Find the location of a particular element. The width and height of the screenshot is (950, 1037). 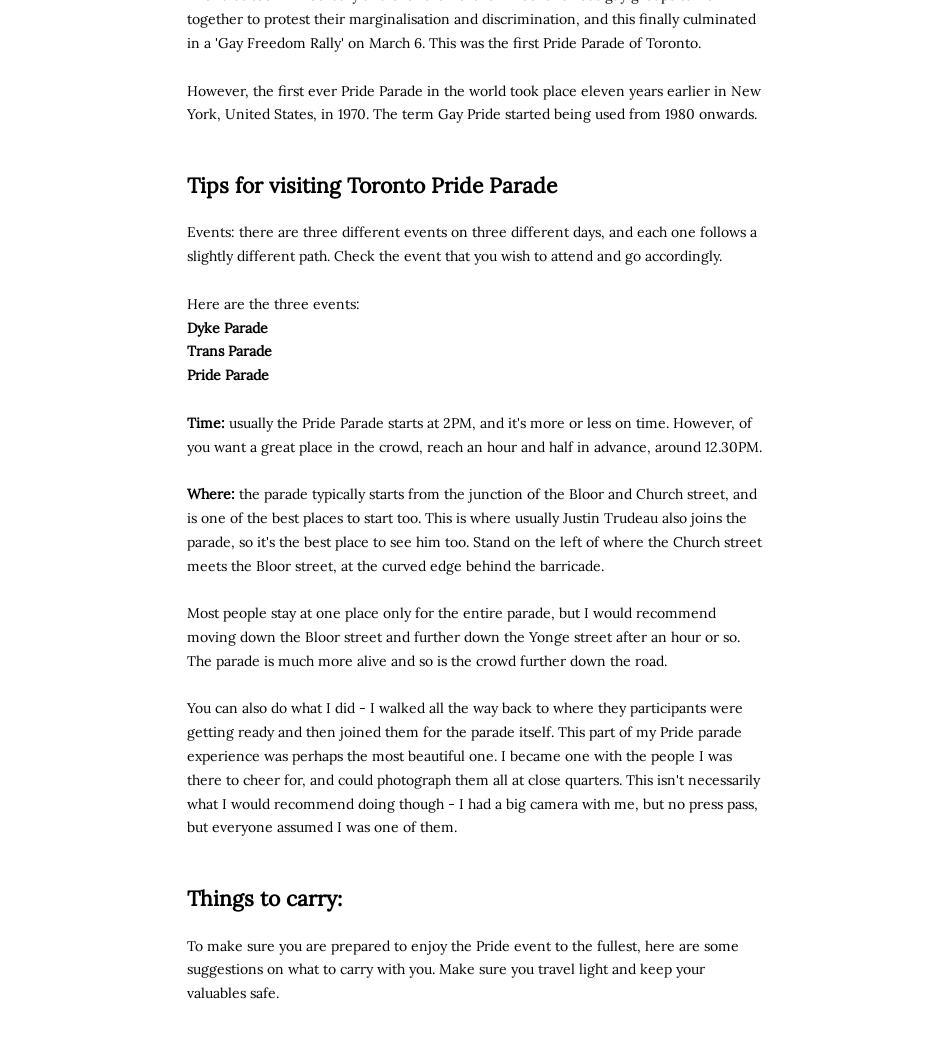

'Where:' is located at coordinates (212, 493).